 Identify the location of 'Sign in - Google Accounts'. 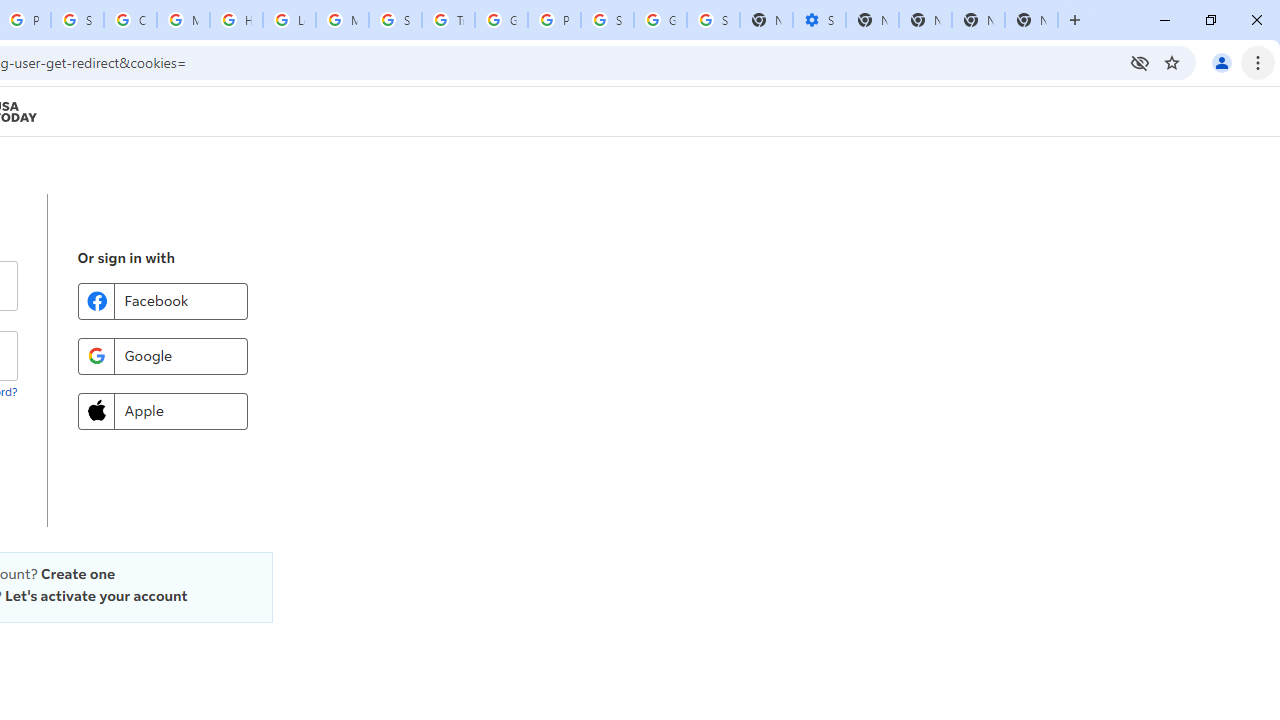
(77, 20).